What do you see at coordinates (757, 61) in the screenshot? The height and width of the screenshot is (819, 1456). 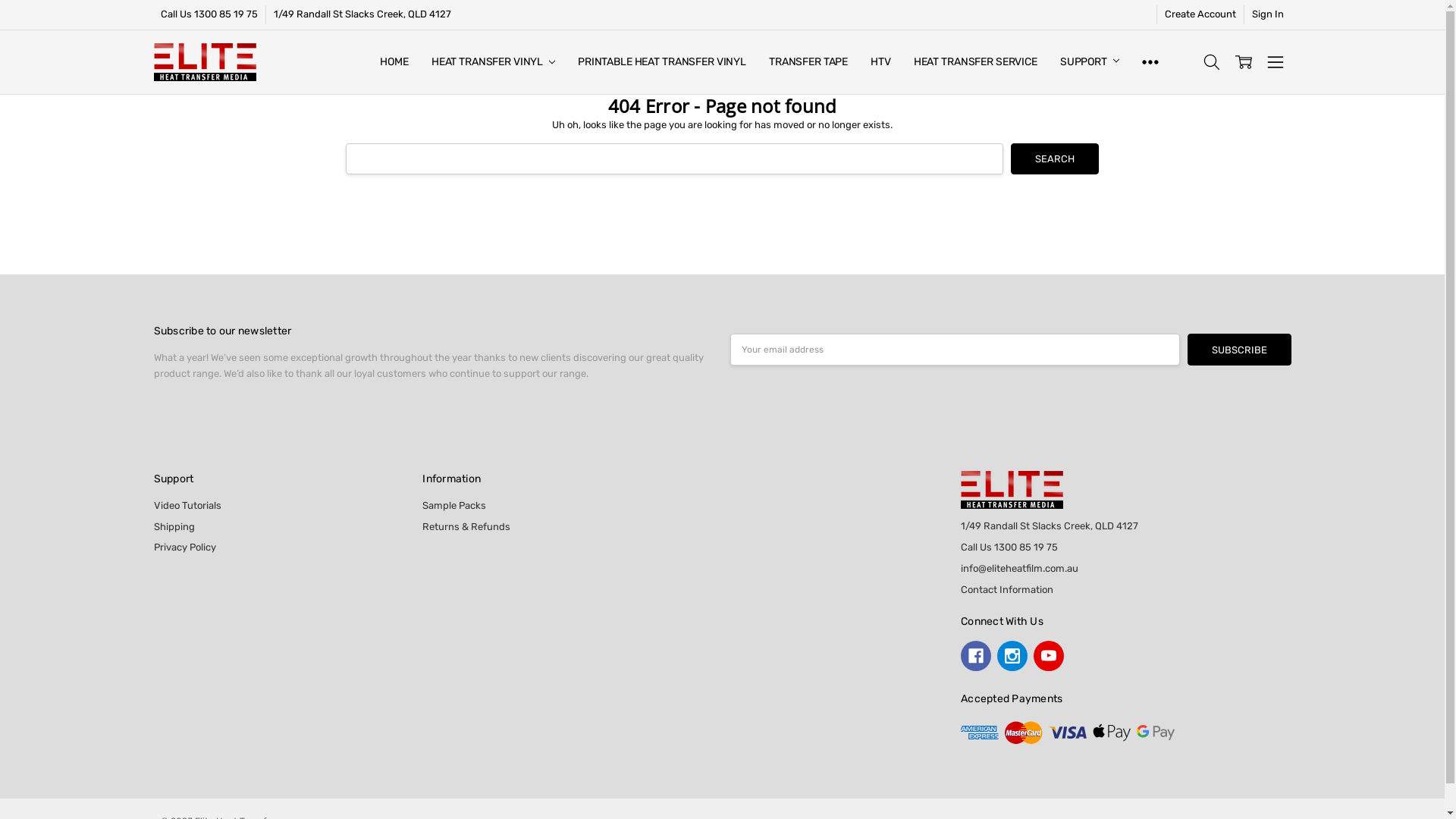 I see `'TRANSFER TAPE'` at bounding box center [757, 61].